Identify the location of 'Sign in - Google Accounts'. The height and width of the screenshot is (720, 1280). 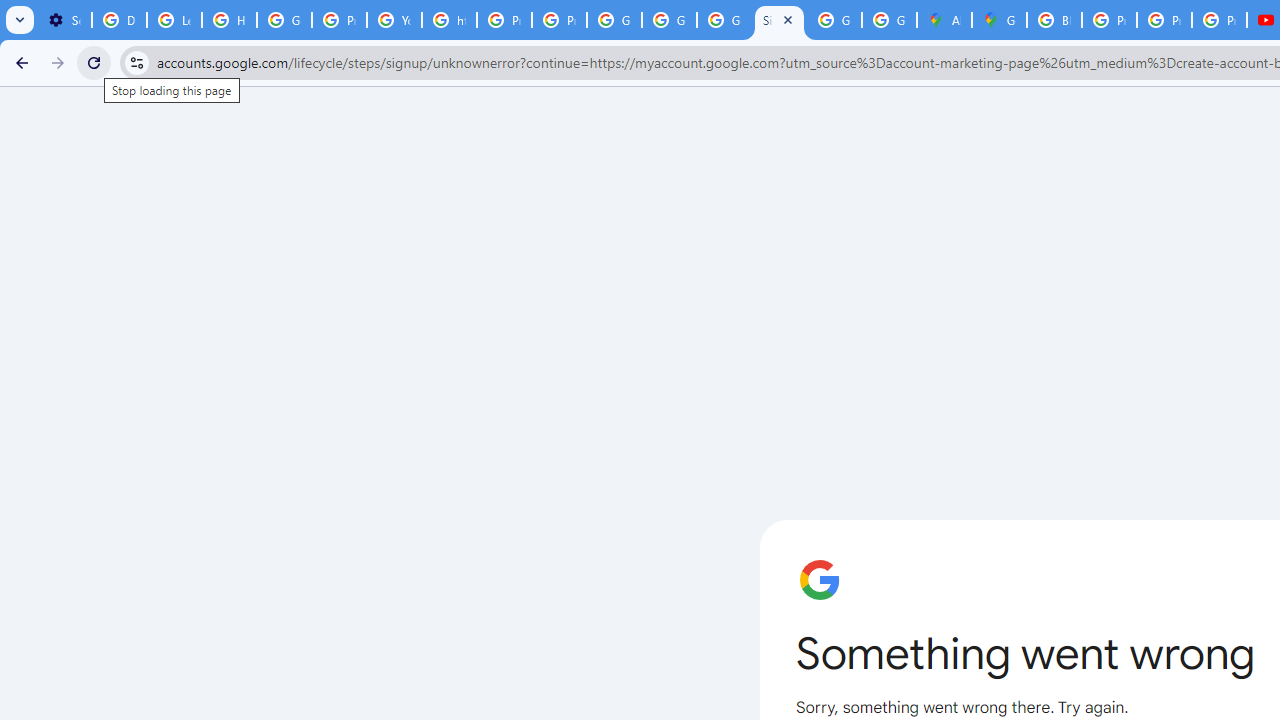
(778, 20).